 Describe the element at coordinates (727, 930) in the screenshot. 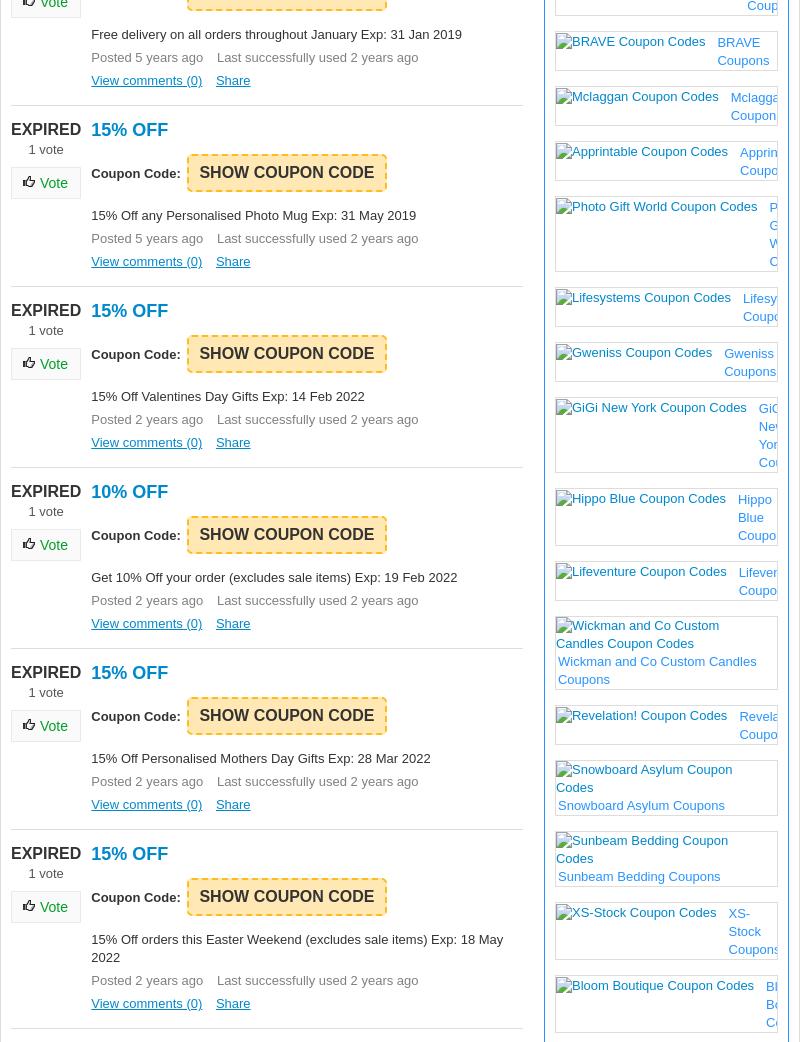

I see `'XS-Stock Coupons'` at that location.